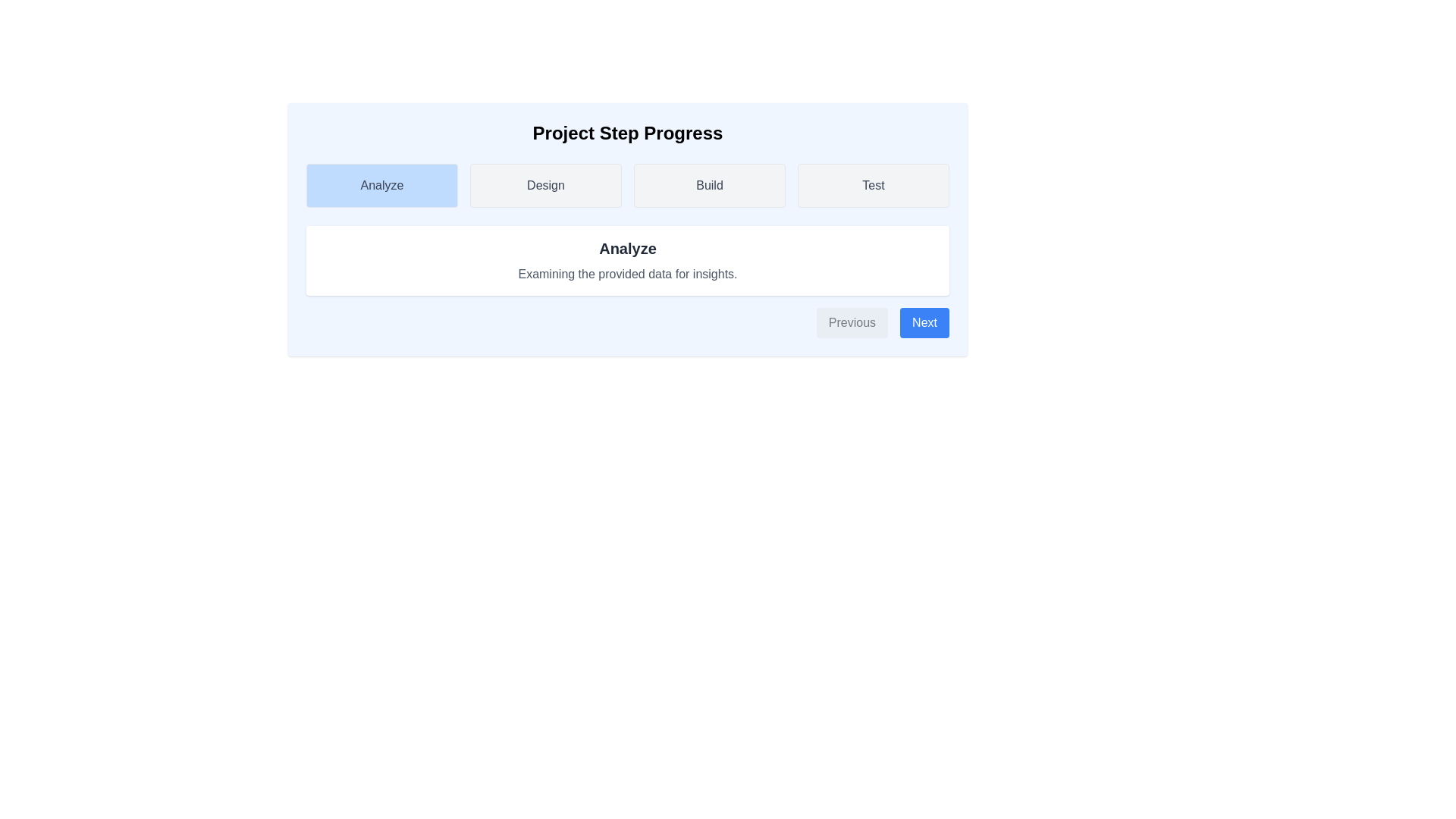  Describe the element at coordinates (546, 185) in the screenshot. I see `the 'Design' button, which is the second button in a horizontal grid of four buttons labeled 'Analyze', 'Design', 'Build', and 'Test'` at that location.